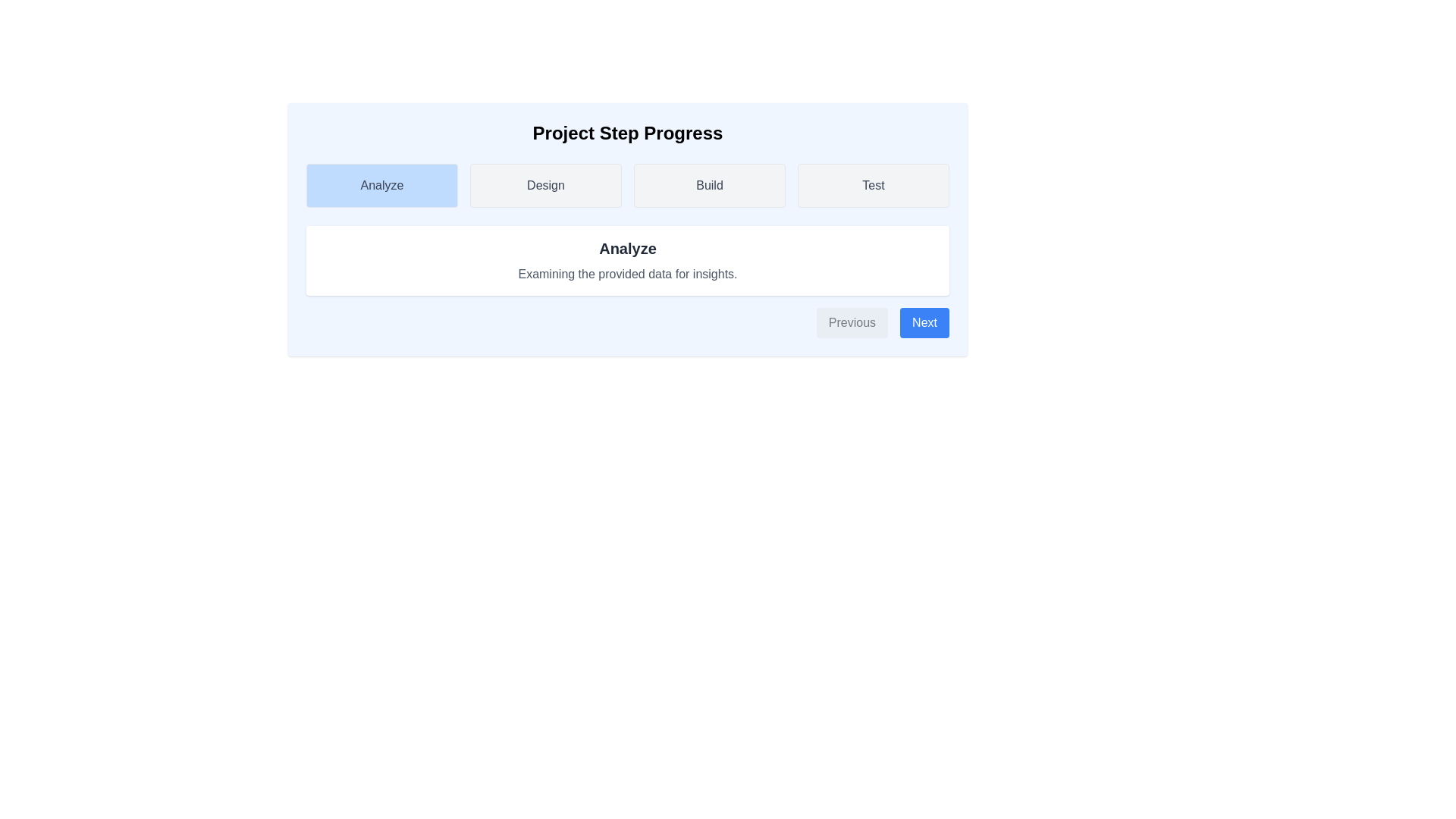  Describe the element at coordinates (546, 185) in the screenshot. I see `the 'Design' button, which is the second button in a horizontal grid of four buttons labeled 'Analyze', 'Design', 'Build', and 'Test'` at that location.